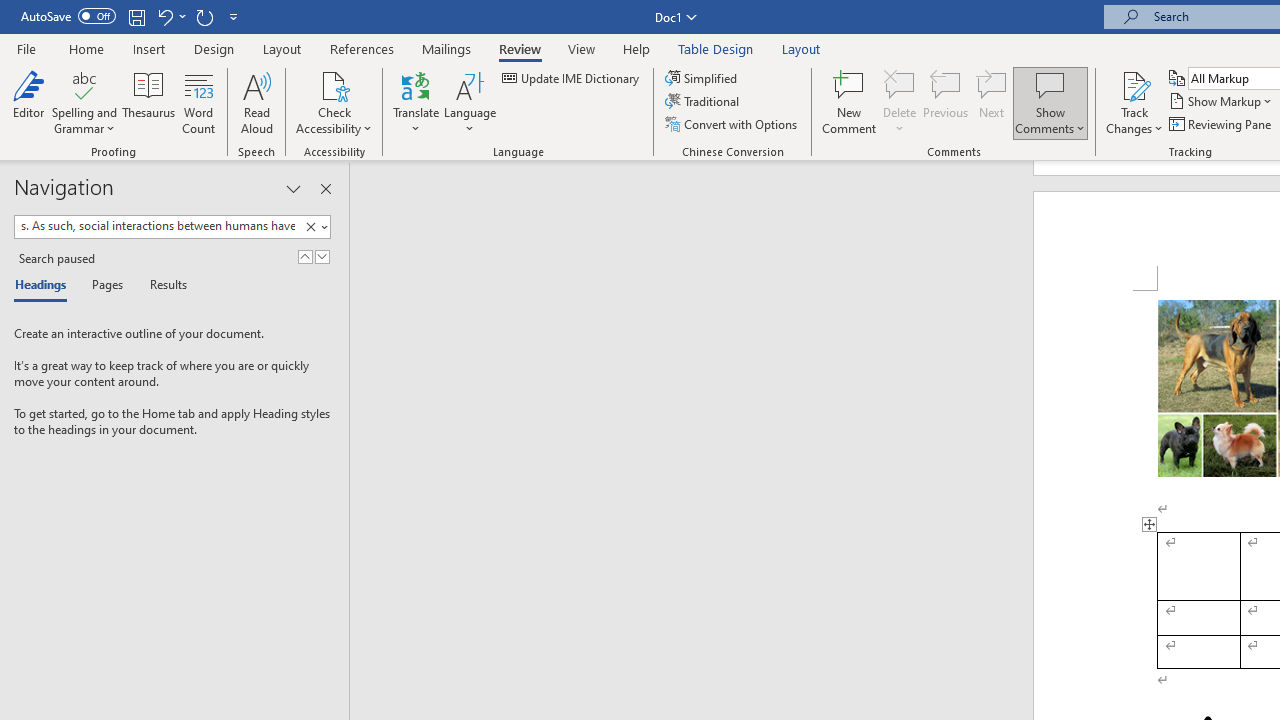  What do you see at coordinates (1049, 84) in the screenshot?
I see `'Show Comments'` at bounding box center [1049, 84].